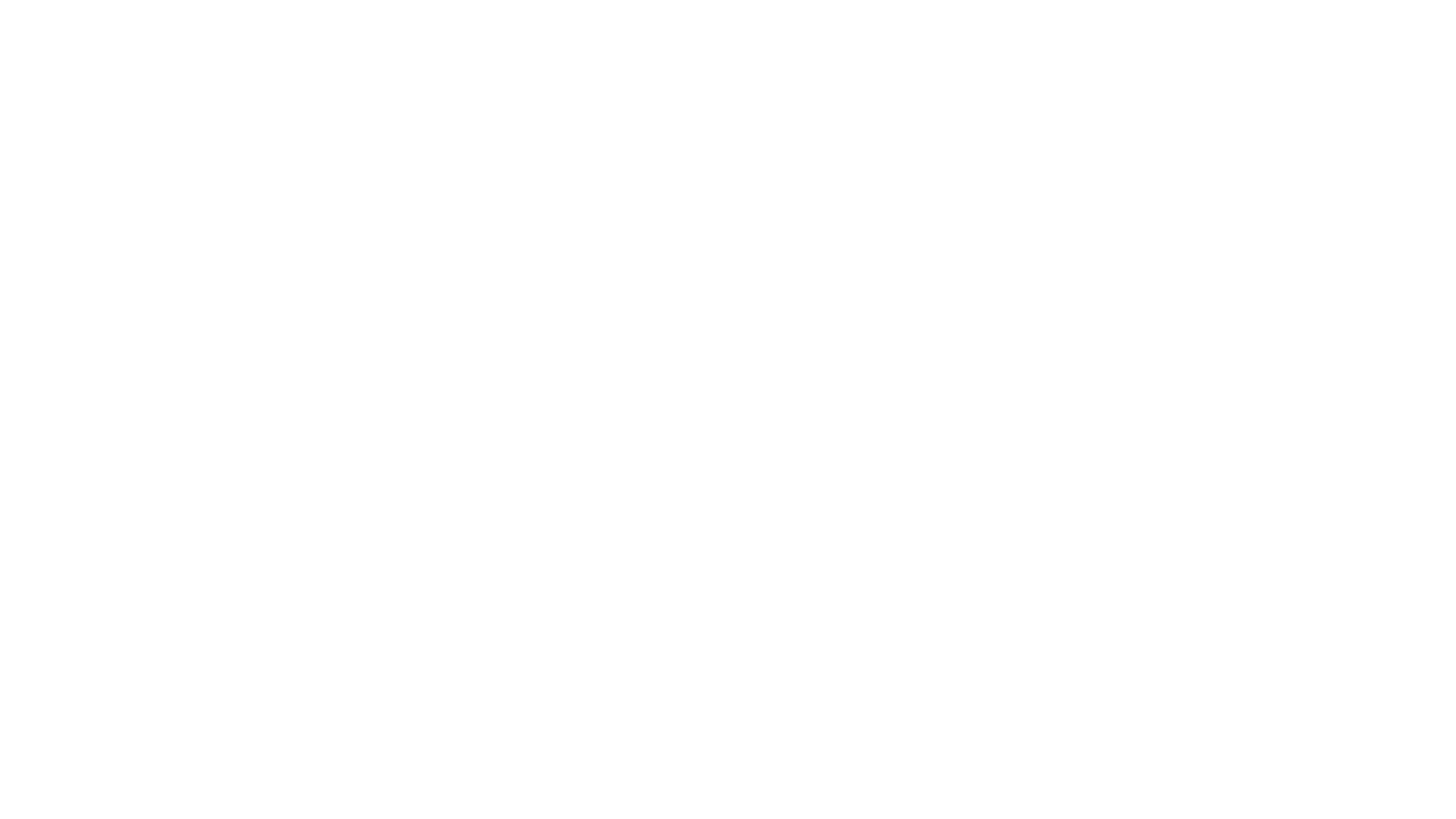 The image size is (1456, 819). What do you see at coordinates (824, 773) in the screenshot?
I see `Ecology and Evolutionary Biology` at bounding box center [824, 773].